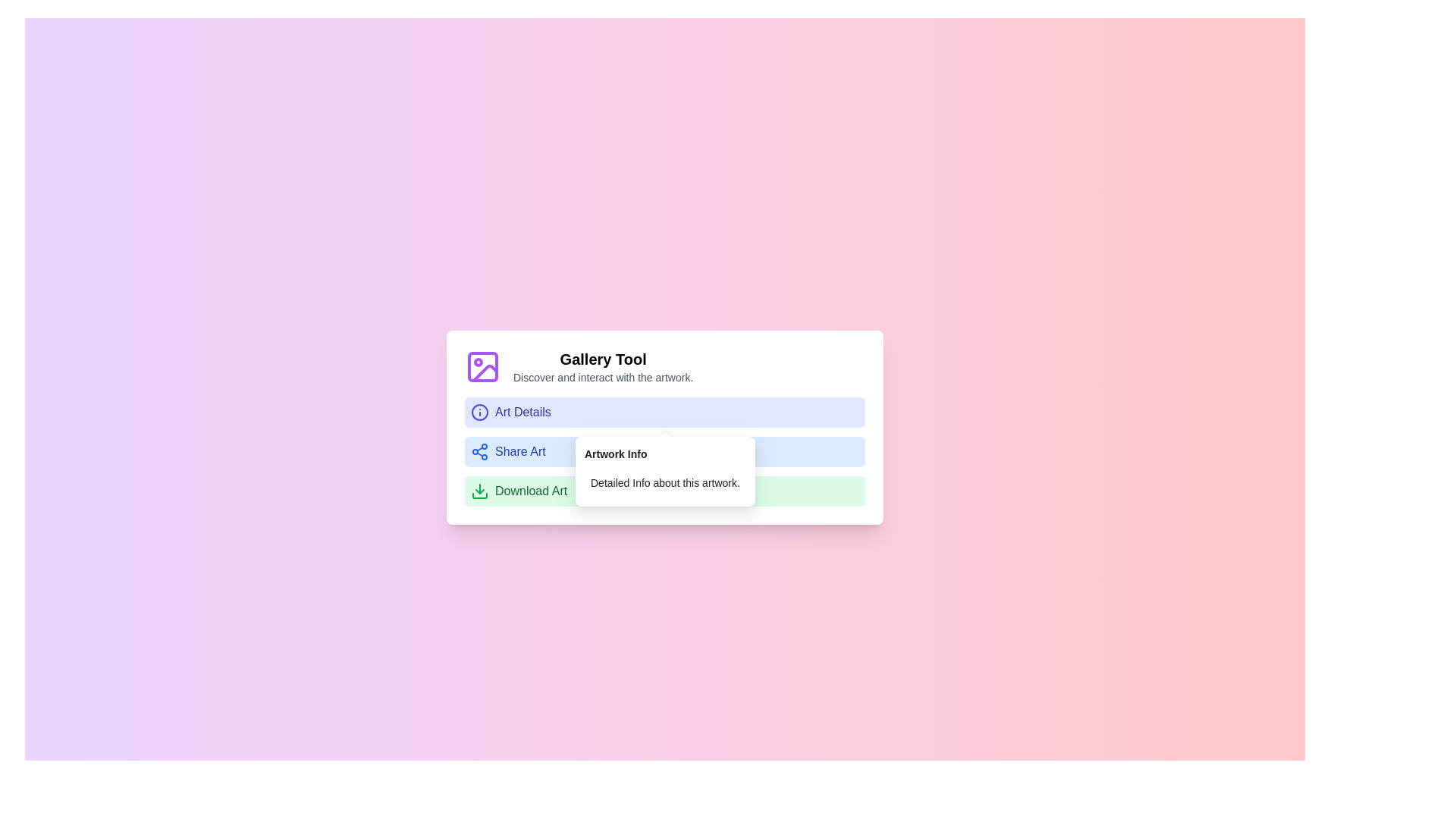 This screenshot has width=1456, height=819. I want to click on the green 'Download Art' button that contains the download icon for initiating the download action, so click(479, 491).